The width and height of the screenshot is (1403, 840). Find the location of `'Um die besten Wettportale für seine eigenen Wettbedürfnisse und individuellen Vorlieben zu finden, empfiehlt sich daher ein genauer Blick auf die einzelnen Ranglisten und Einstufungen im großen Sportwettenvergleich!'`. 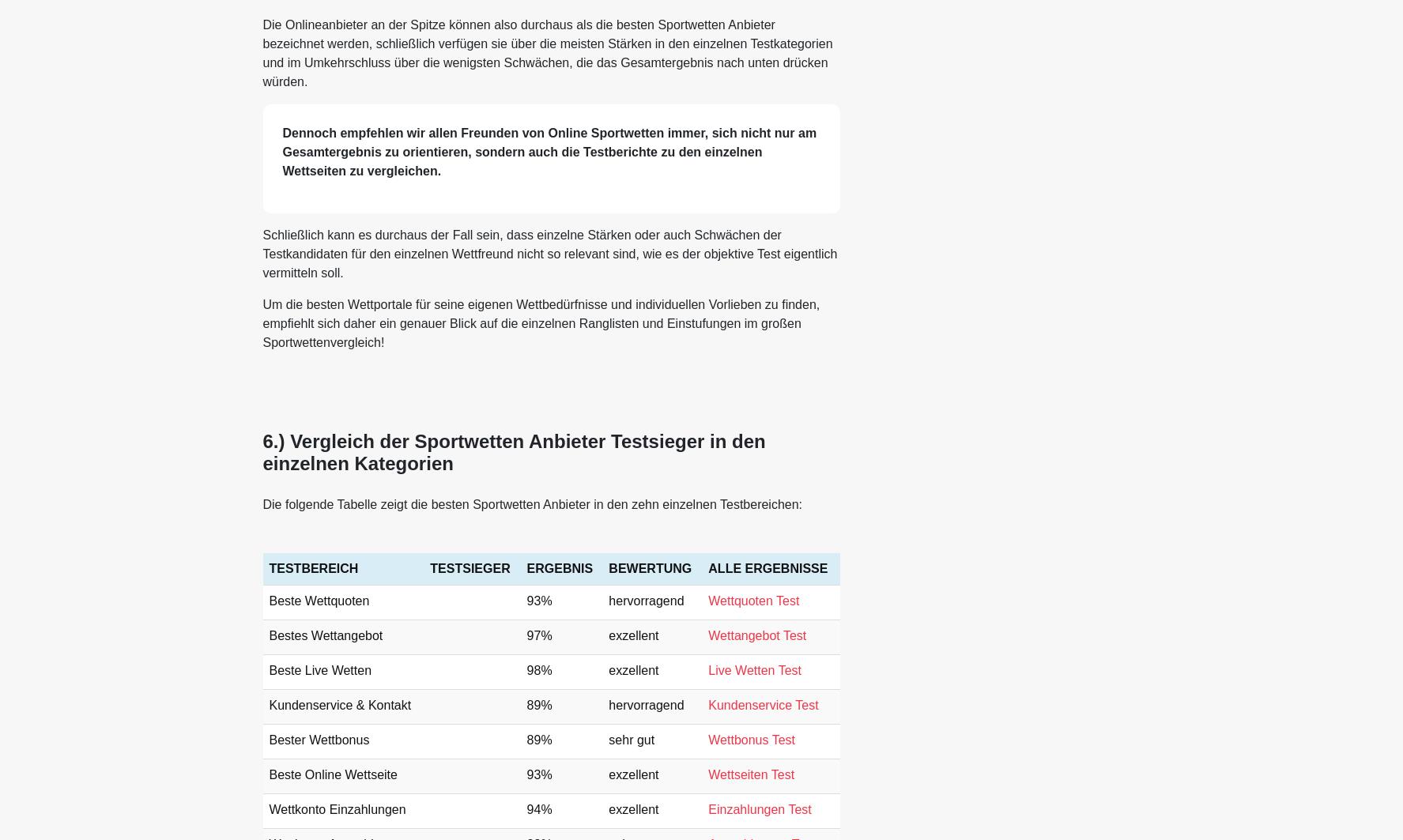

'Um die besten Wettportale für seine eigenen Wettbedürfnisse und individuellen Vorlieben zu finden, empfiehlt sich daher ein genauer Blick auf die einzelnen Ranglisten und Einstufungen im großen Sportwettenvergleich!' is located at coordinates (261, 322).